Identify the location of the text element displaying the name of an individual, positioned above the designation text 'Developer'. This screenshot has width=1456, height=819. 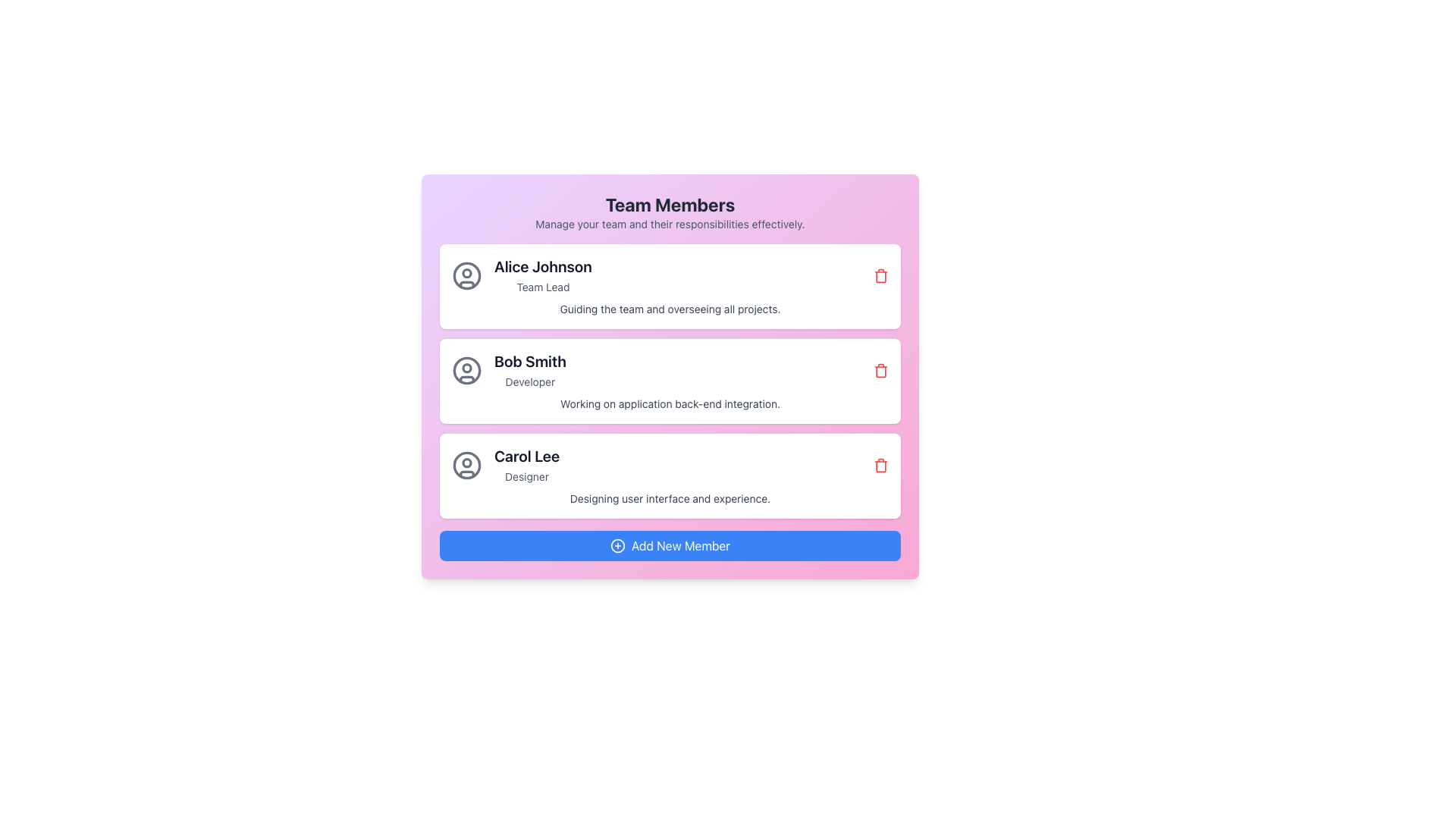
(530, 362).